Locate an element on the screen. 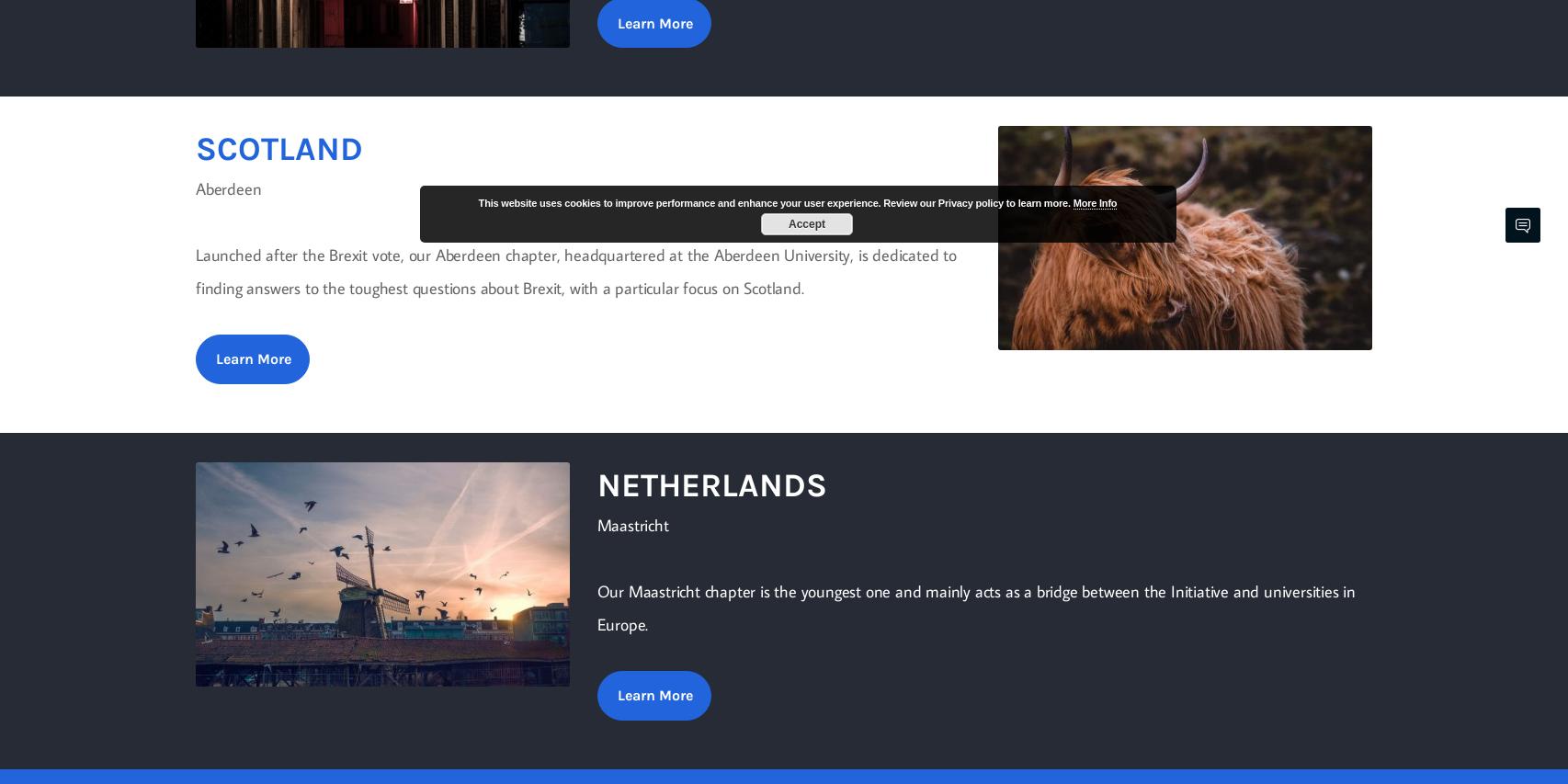 This screenshot has height=784, width=1568. 'Our Maastricht chapter is the youngest one and mainly acts as a bridge between the Initiative and universities in Europe.' is located at coordinates (975, 606).